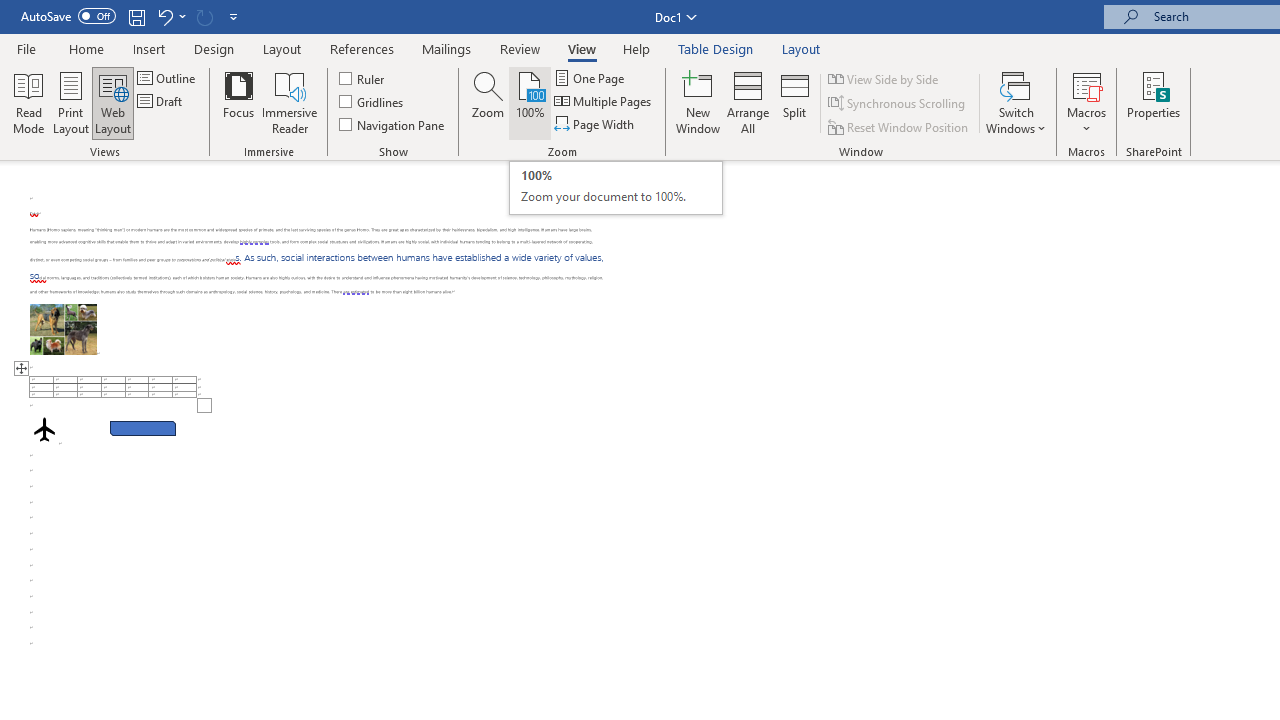  What do you see at coordinates (884, 78) in the screenshot?
I see `'View Side by Side'` at bounding box center [884, 78].